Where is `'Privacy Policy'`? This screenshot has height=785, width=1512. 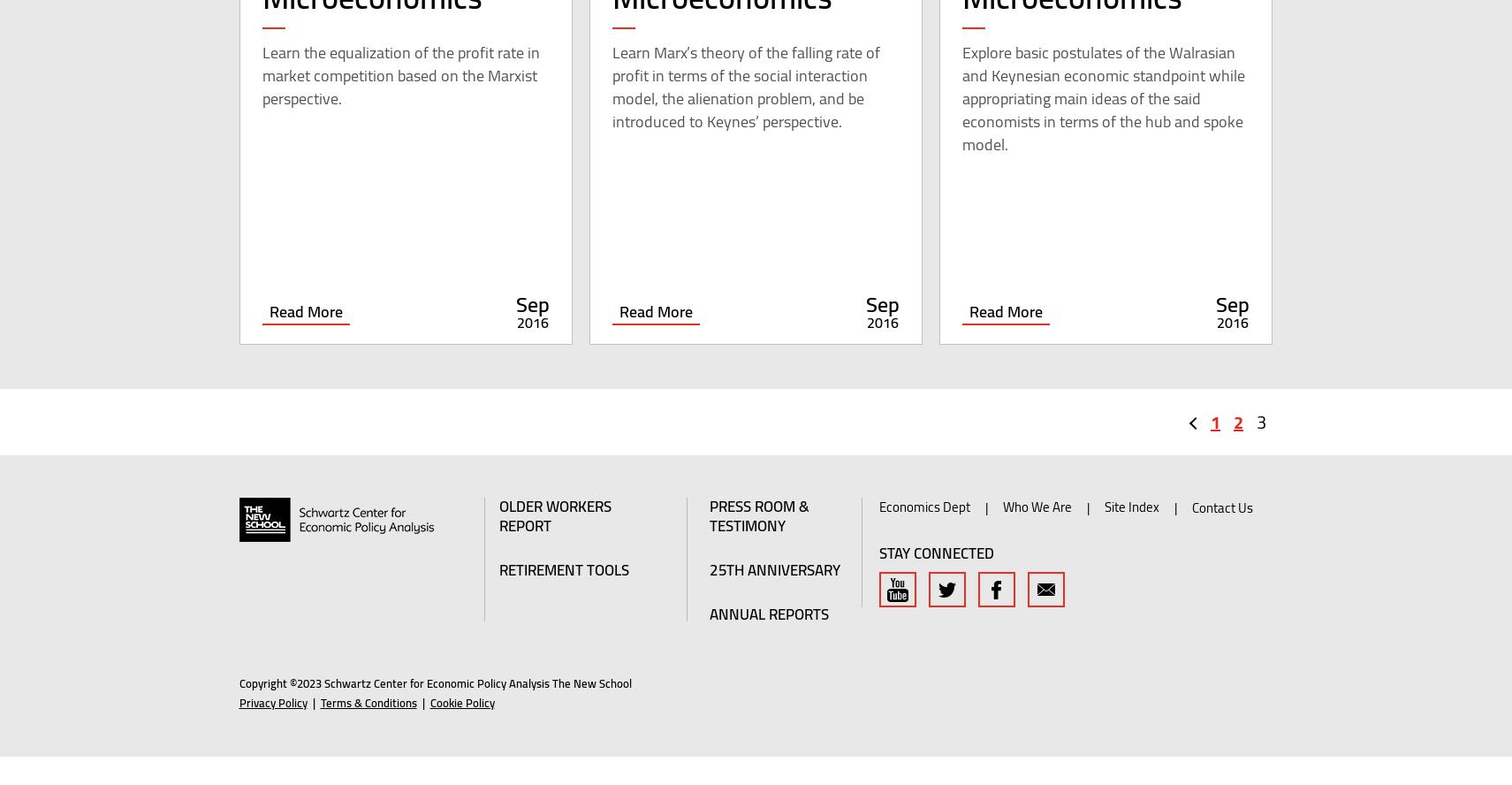 'Privacy Policy' is located at coordinates (237, 730).